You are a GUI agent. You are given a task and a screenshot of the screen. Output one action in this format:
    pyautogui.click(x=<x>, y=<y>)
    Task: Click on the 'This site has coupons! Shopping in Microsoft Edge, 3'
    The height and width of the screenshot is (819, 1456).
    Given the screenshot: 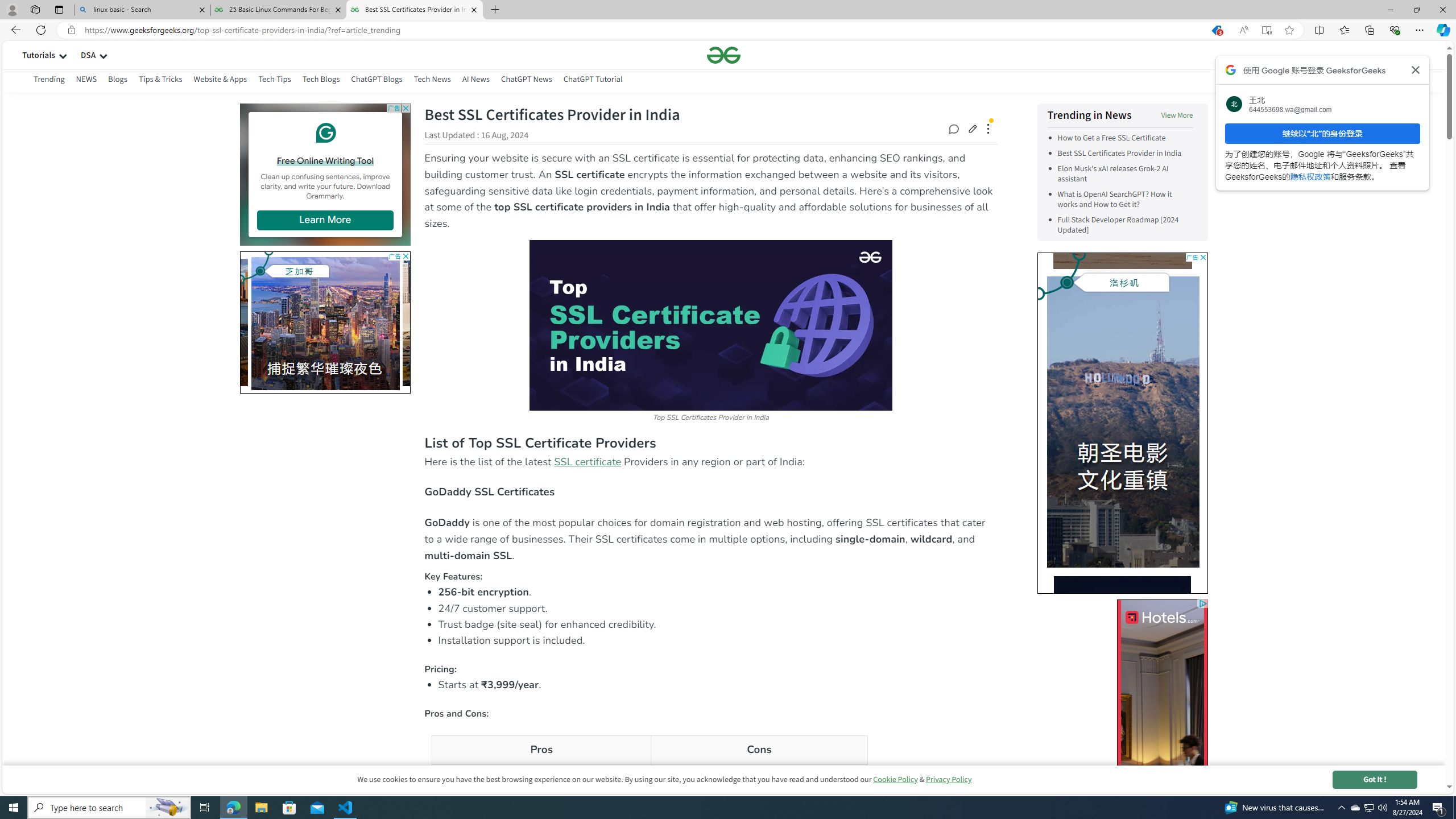 What is the action you would take?
    pyautogui.click(x=1215, y=30)
    